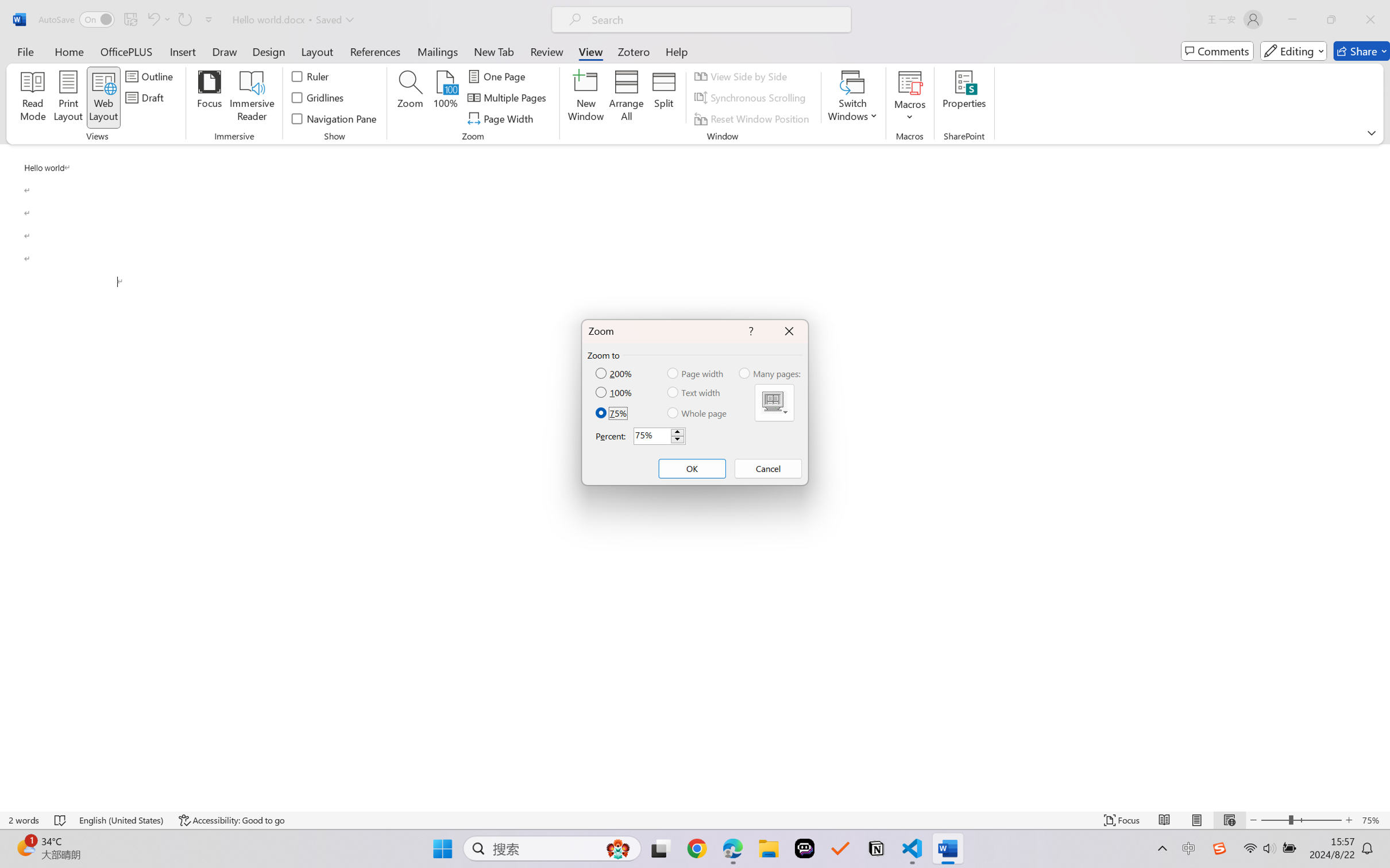 The width and height of the screenshot is (1390, 868). What do you see at coordinates (438, 51) in the screenshot?
I see `'Mailings'` at bounding box center [438, 51].